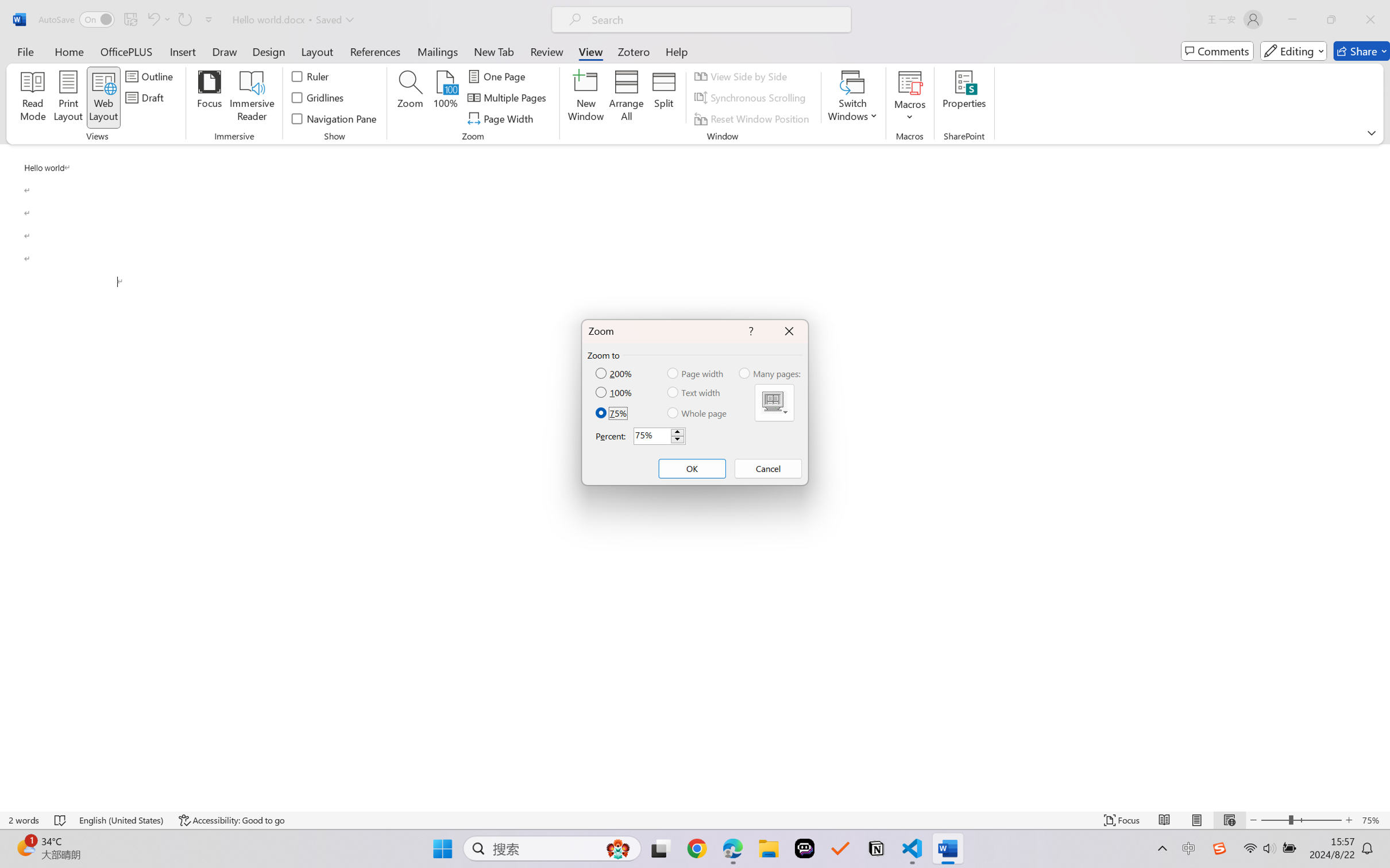 The width and height of the screenshot is (1390, 868). What do you see at coordinates (438, 51) in the screenshot?
I see `'Mailings'` at bounding box center [438, 51].